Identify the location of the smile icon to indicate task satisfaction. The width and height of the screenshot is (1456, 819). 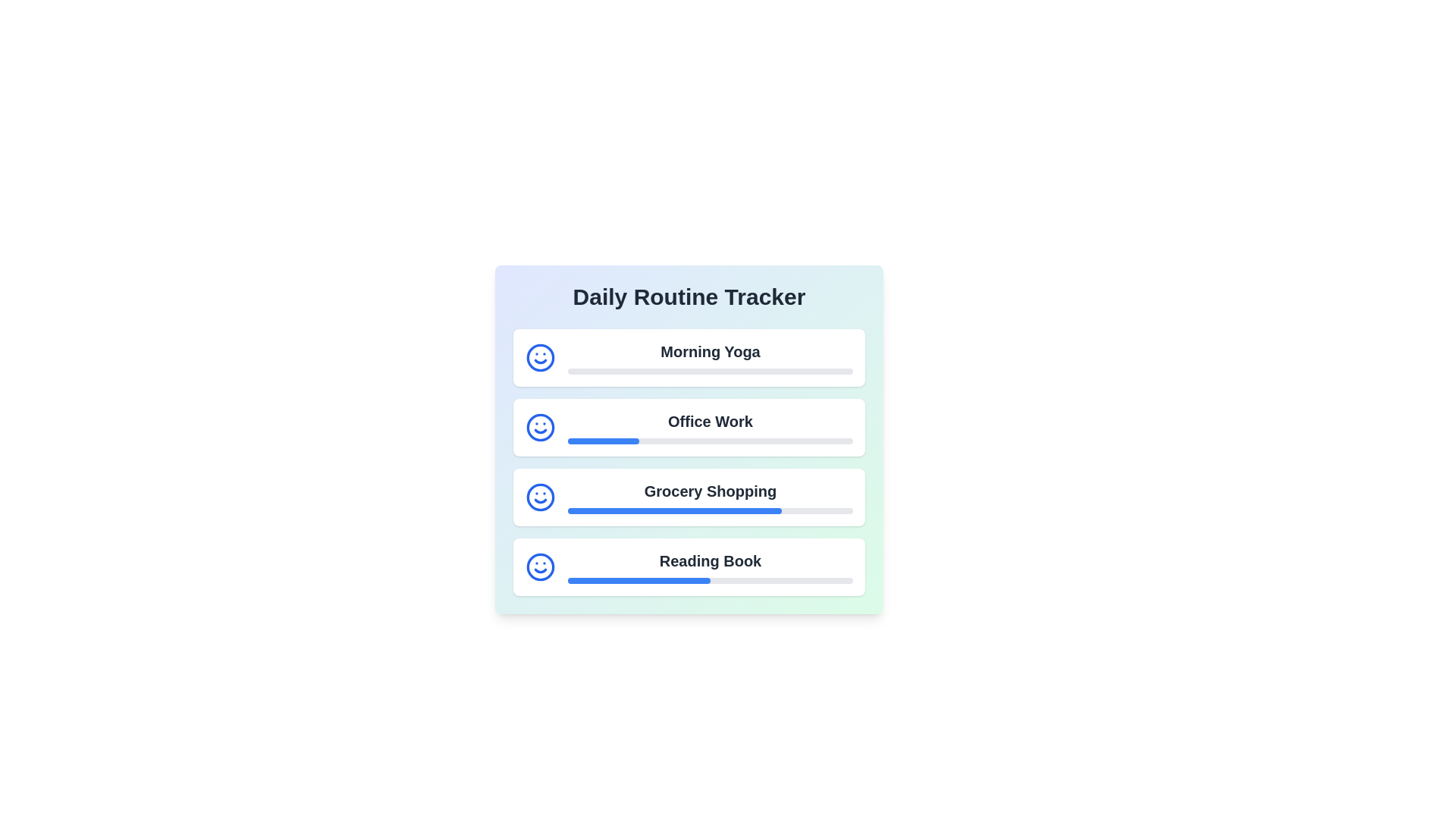
(541, 357).